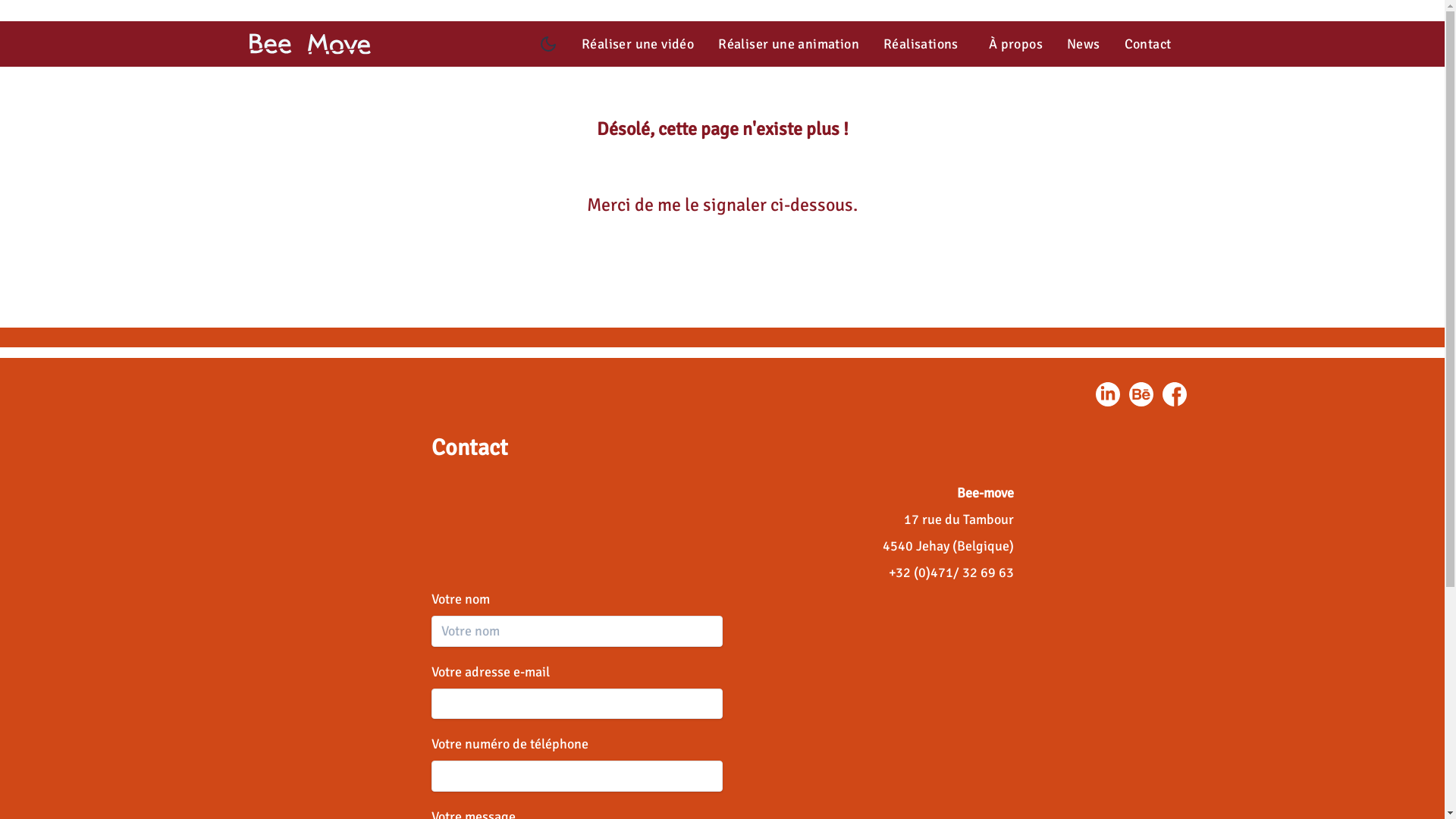 The width and height of the screenshot is (1456, 819). What do you see at coordinates (1147, 42) in the screenshot?
I see `'Contact'` at bounding box center [1147, 42].